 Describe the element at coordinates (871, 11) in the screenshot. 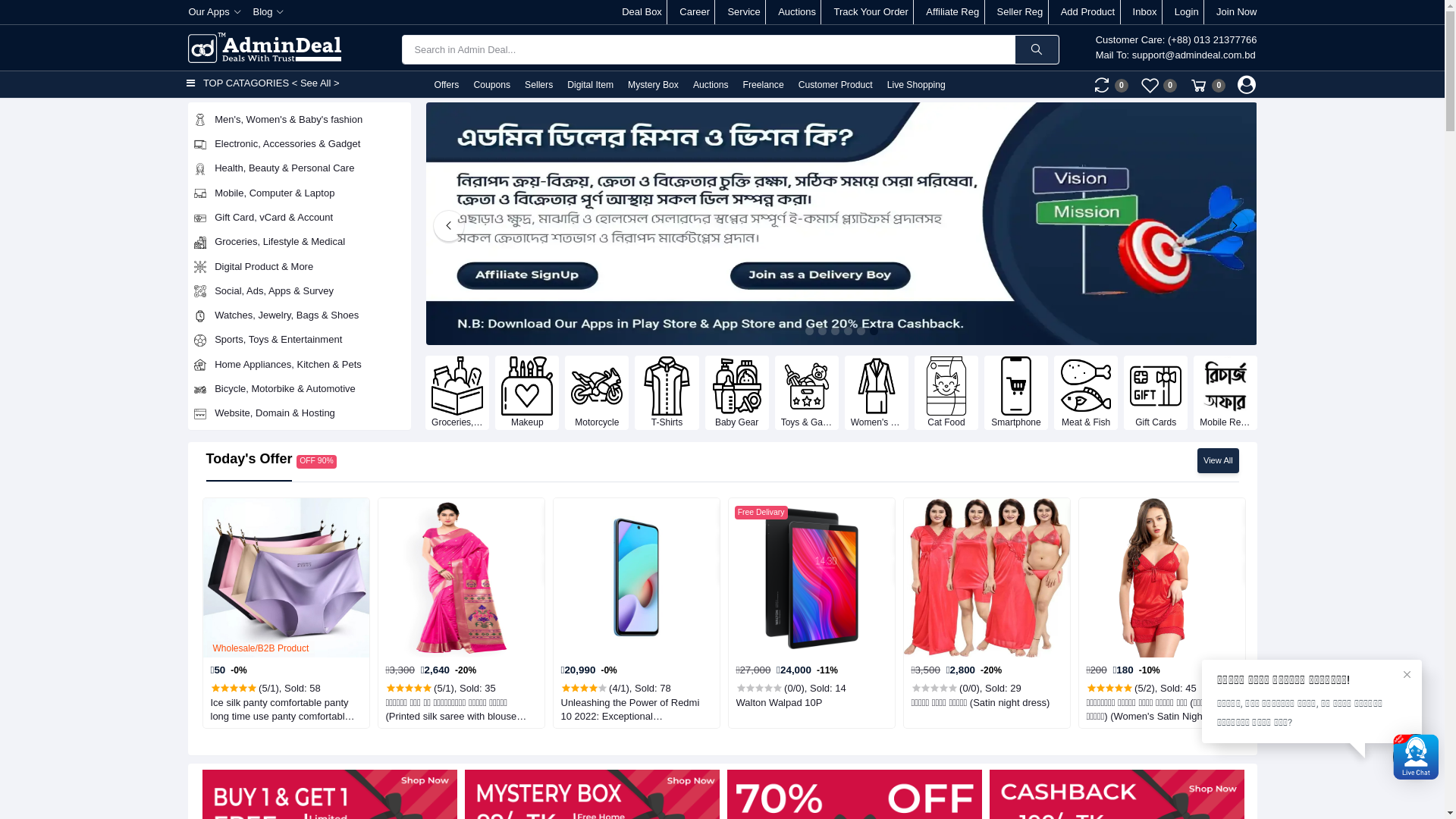

I see `'Track Your Order'` at that location.